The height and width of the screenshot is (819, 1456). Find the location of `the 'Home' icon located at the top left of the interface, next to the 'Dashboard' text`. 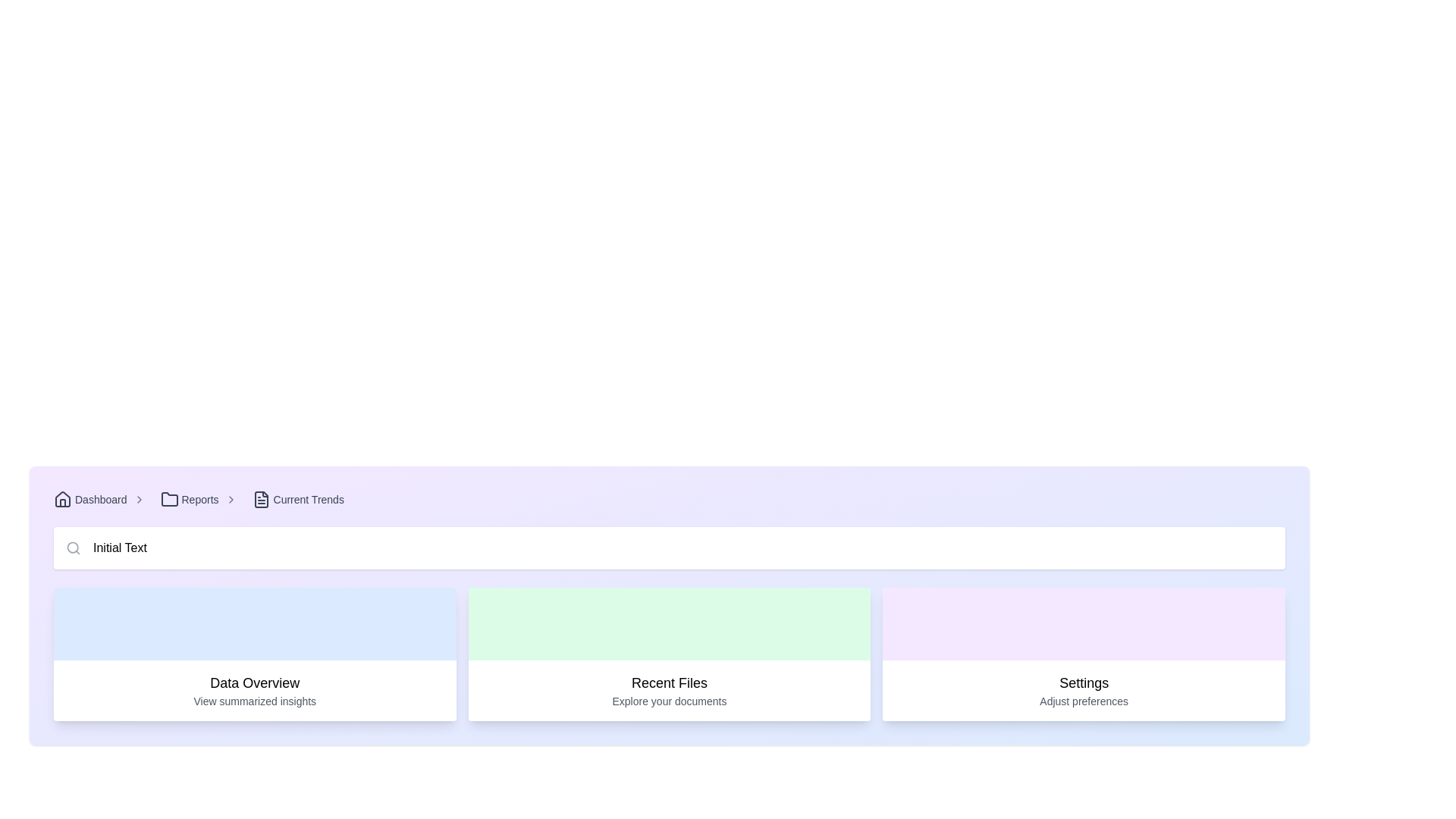

the 'Home' icon located at the top left of the interface, next to the 'Dashboard' text is located at coordinates (61, 500).